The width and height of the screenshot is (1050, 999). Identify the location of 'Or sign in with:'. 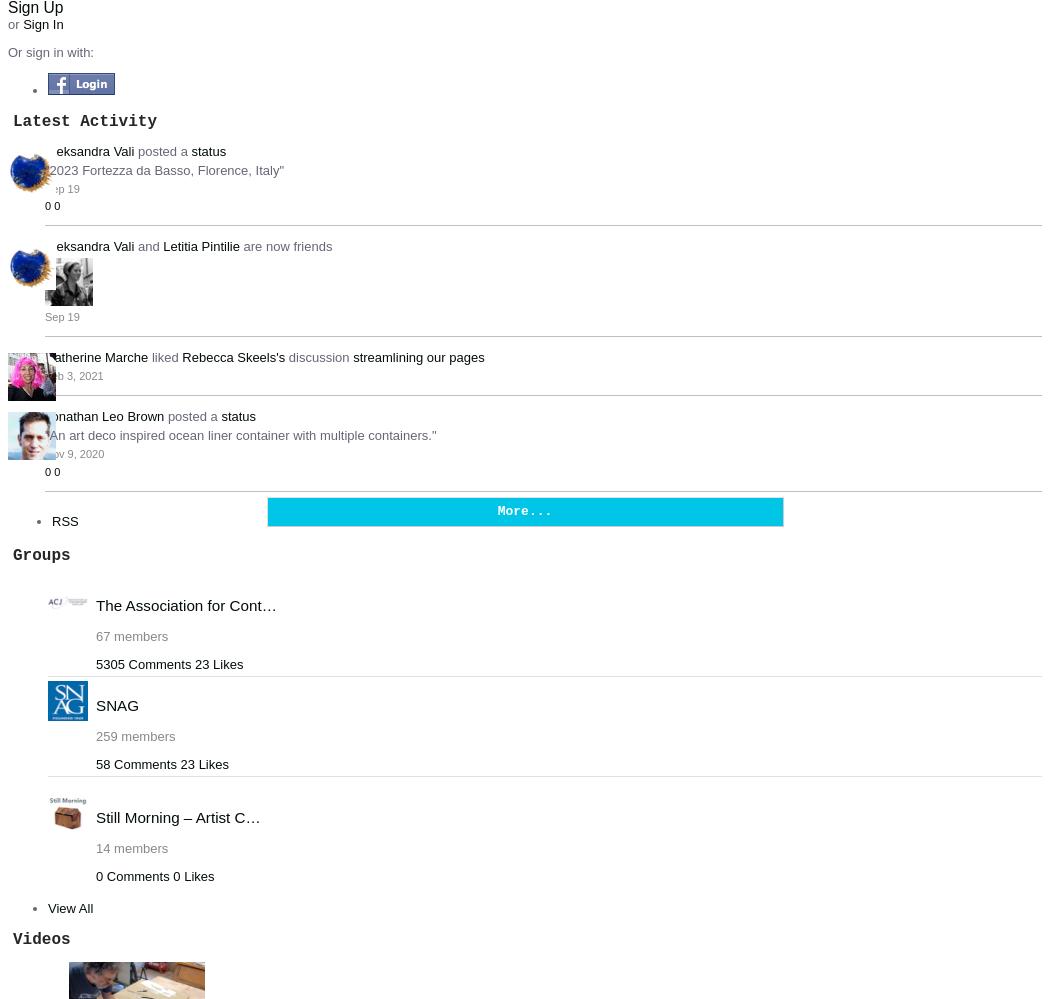
(49, 51).